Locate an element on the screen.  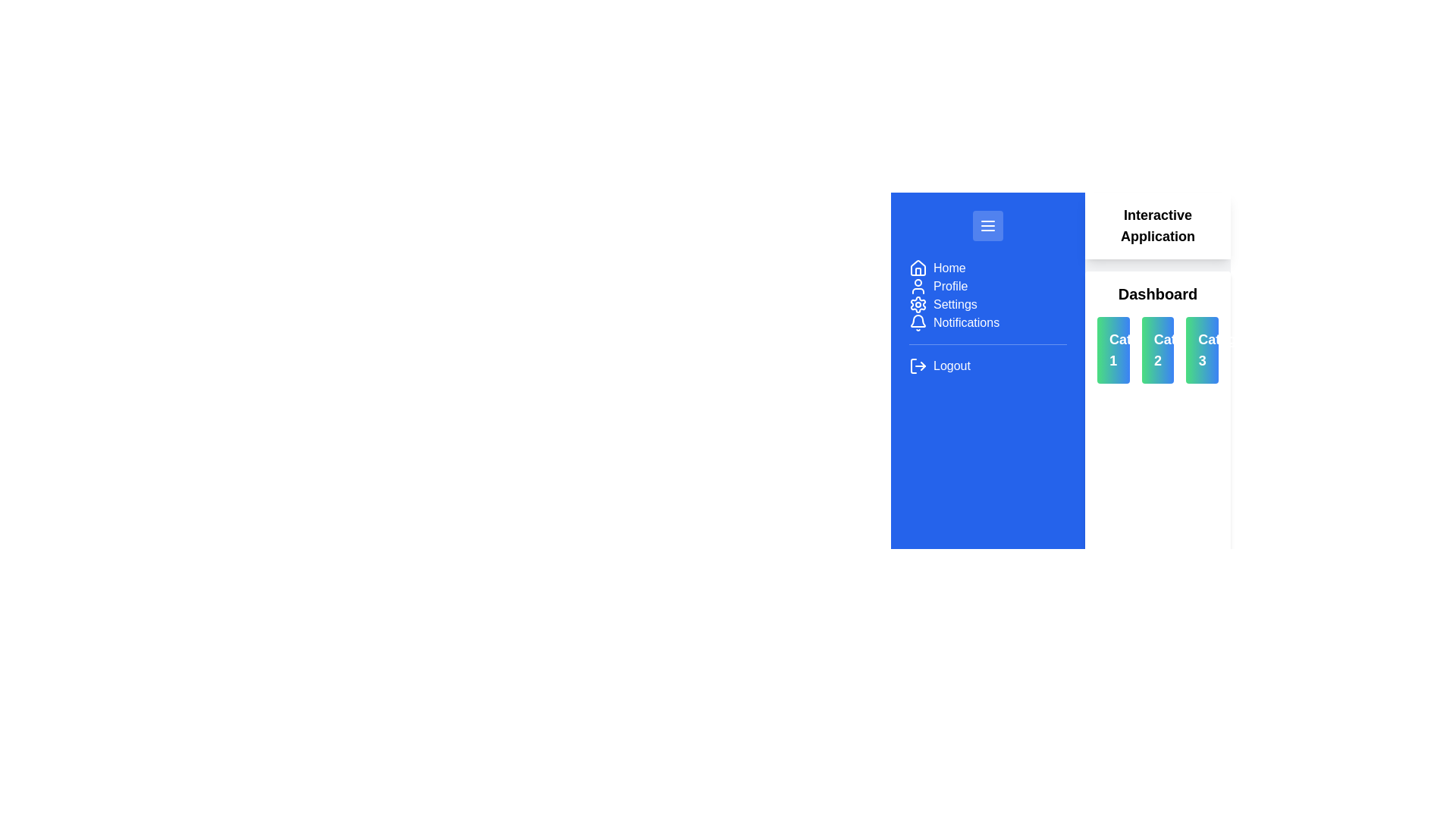
the visual representation of the house icon located at the top of the sidebar menu, which indicates the Home or Dashboard option is located at coordinates (917, 267).